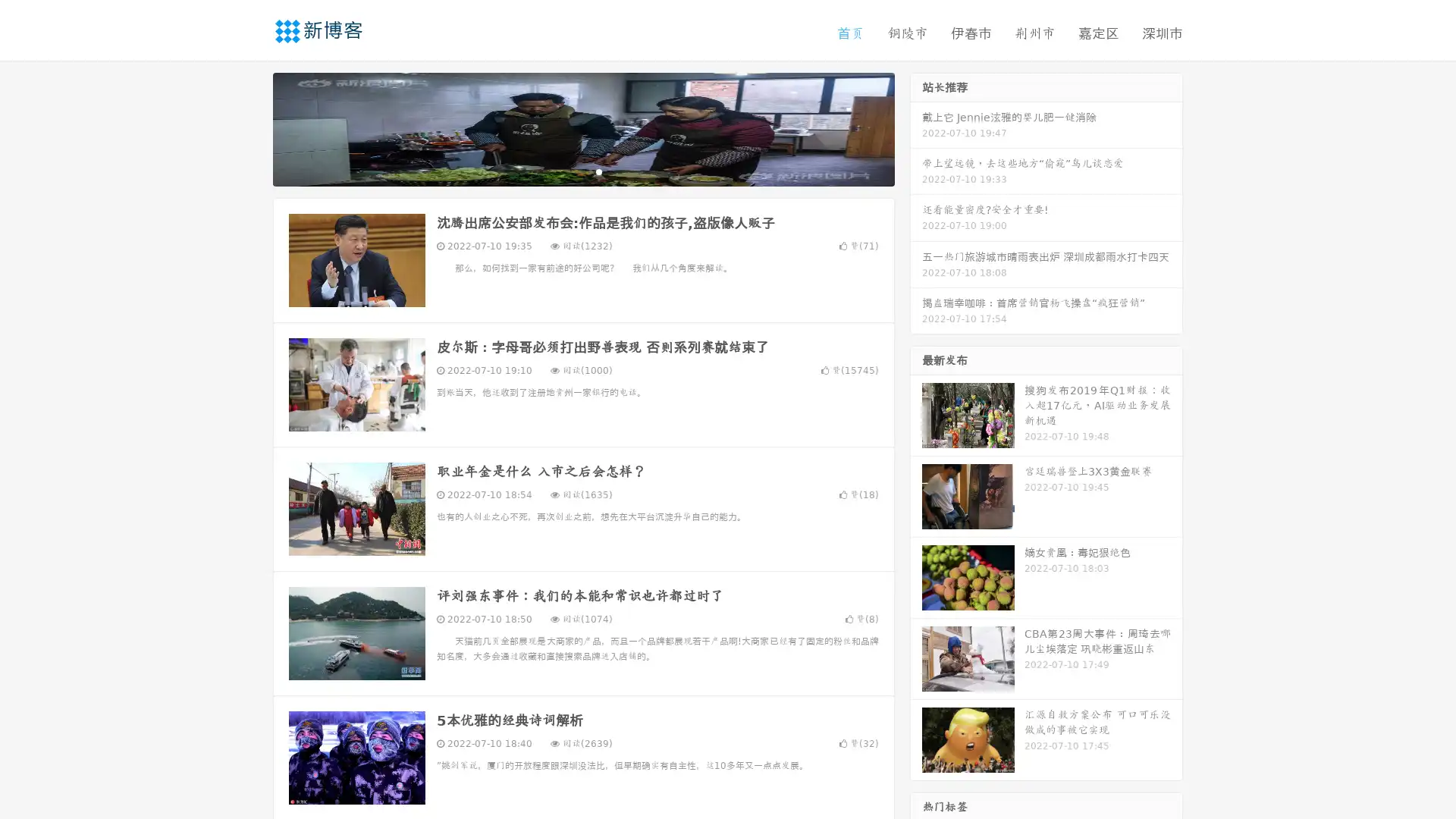 Image resolution: width=1456 pixels, height=819 pixels. What do you see at coordinates (582, 171) in the screenshot?
I see `Go to slide 2` at bounding box center [582, 171].